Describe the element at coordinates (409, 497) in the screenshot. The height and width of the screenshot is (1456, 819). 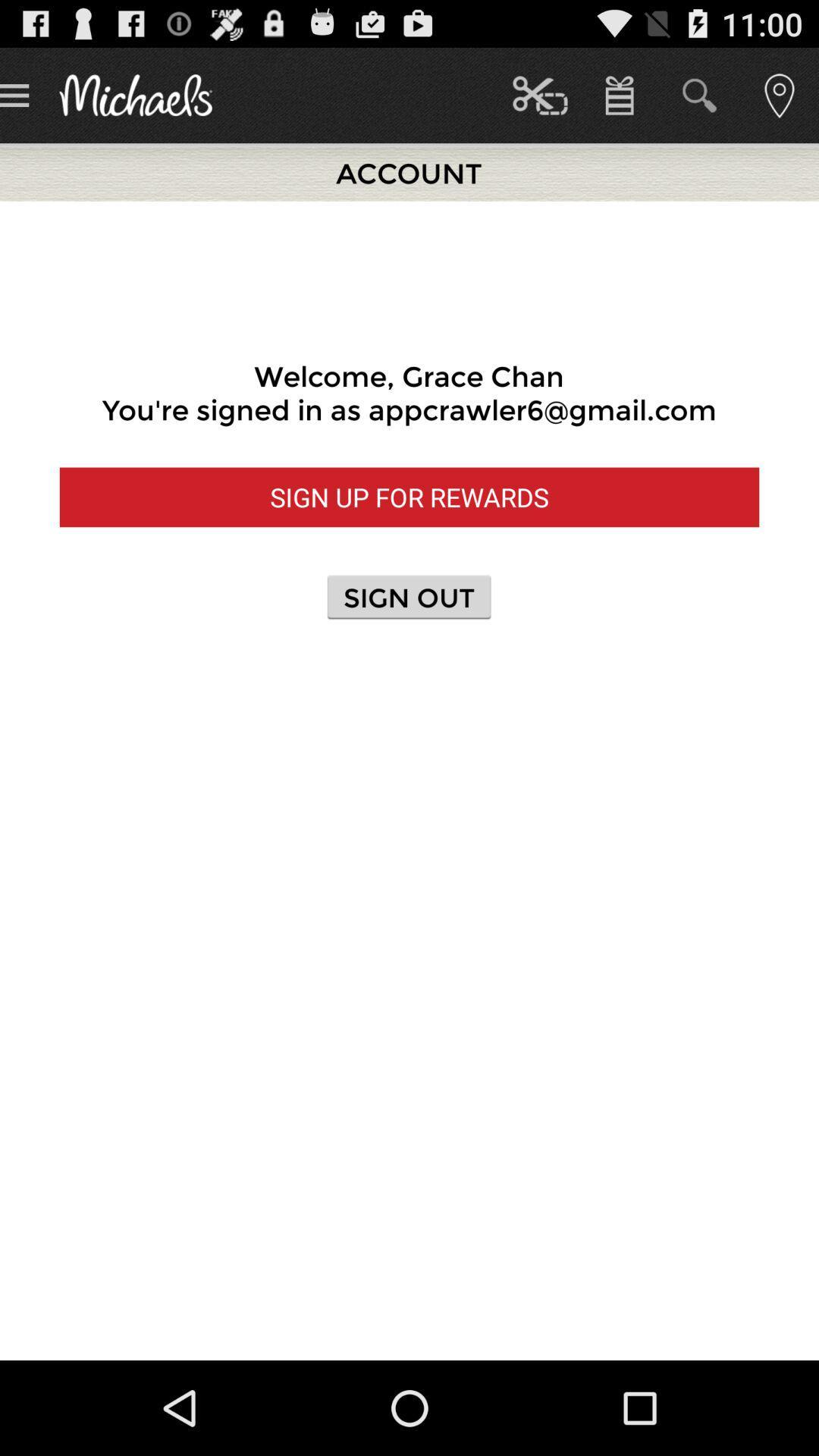
I see `app below the you re signed item` at that location.